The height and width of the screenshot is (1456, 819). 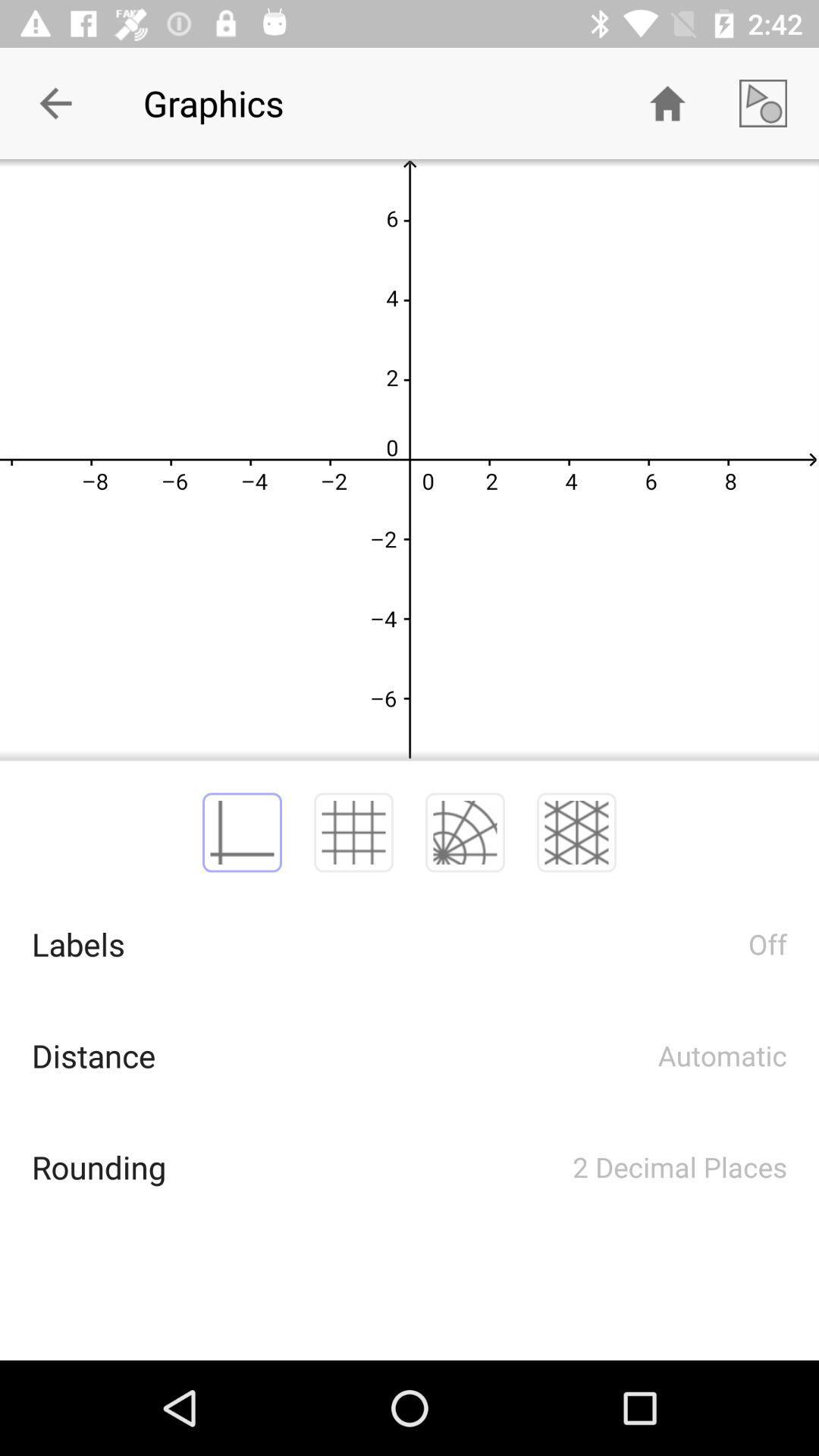 What do you see at coordinates (763, 103) in the screenshot?
I see `the right side above corner button` at bounding box center [763, 103].